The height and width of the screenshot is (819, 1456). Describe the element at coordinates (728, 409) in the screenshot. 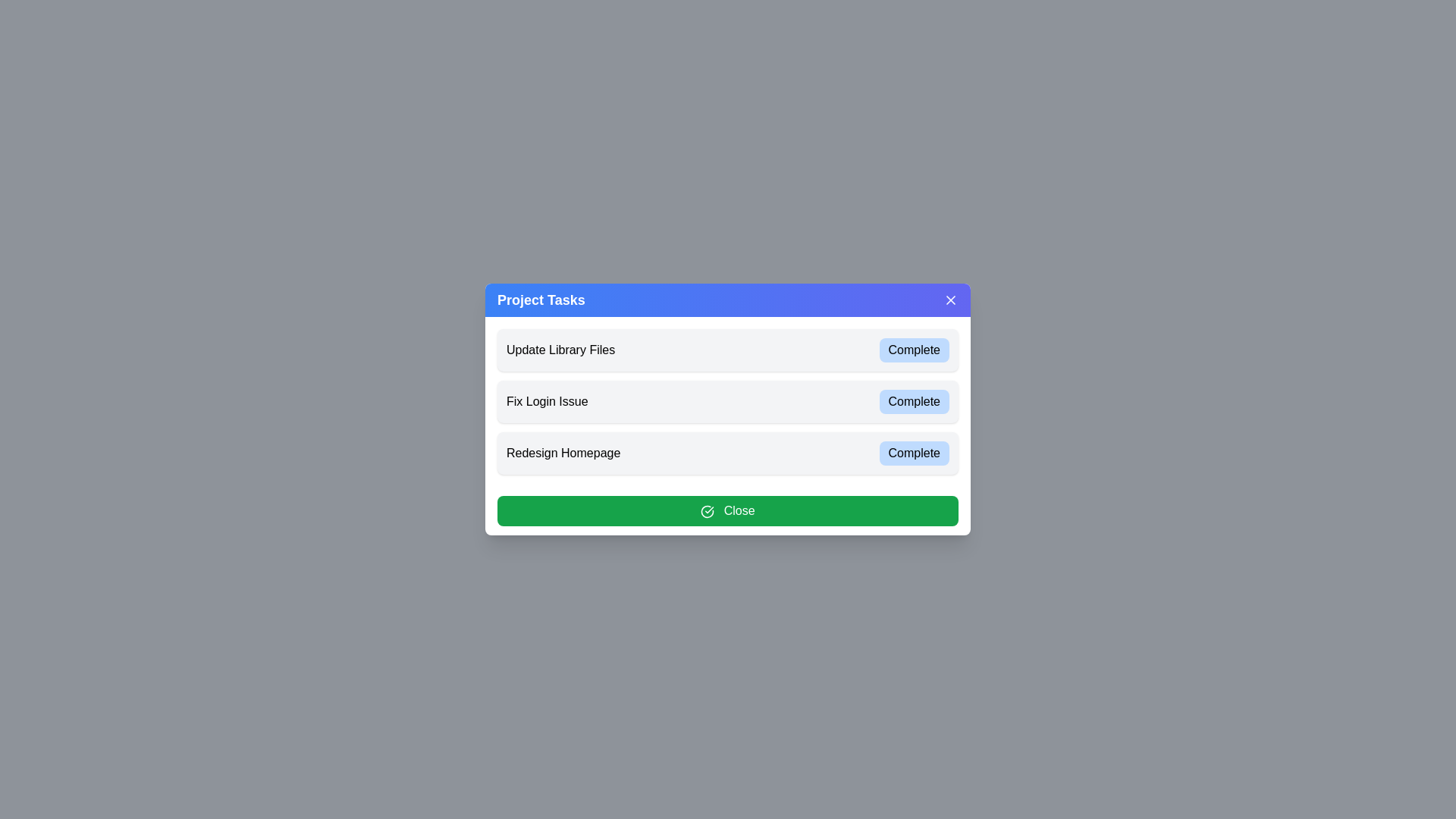

I see `task description of the task item labeled 'Fix Login Issue', which is the second task in the task list within the modal window` at that location.